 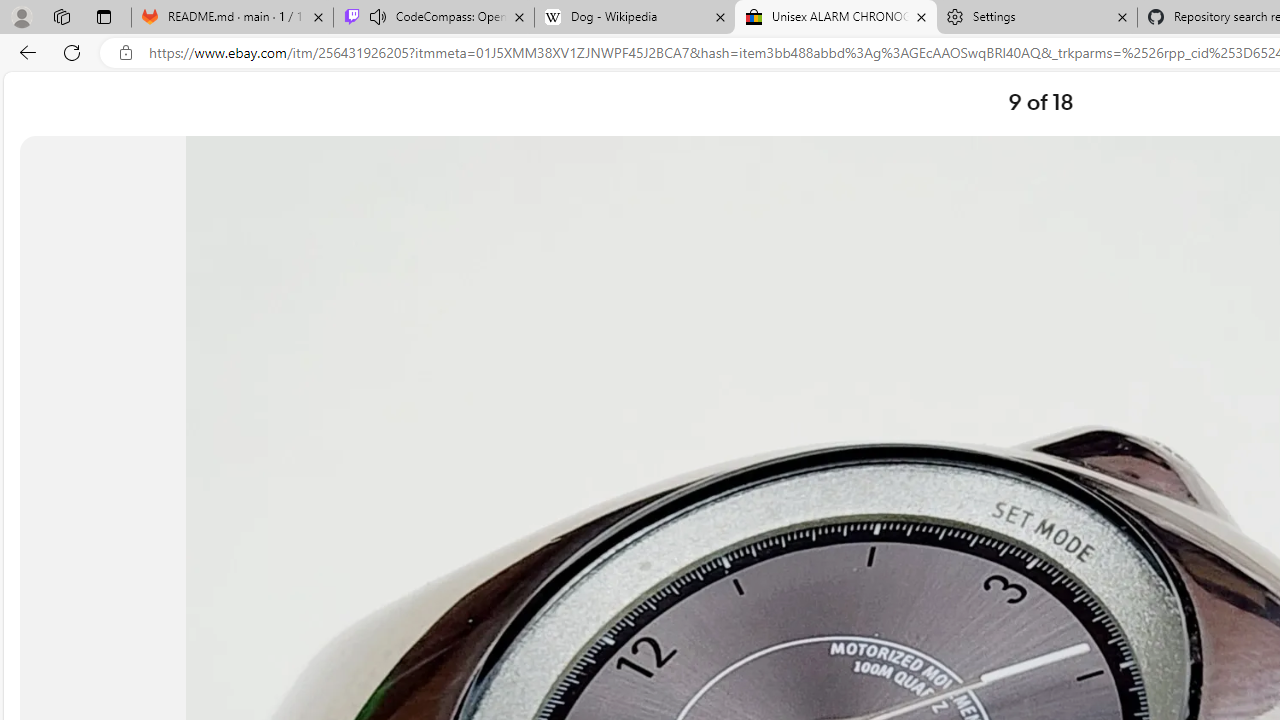 What do you see at coordinates (72, 51) in the screenshot?
I see `'Refresh'` at bounding box center [72, 51].